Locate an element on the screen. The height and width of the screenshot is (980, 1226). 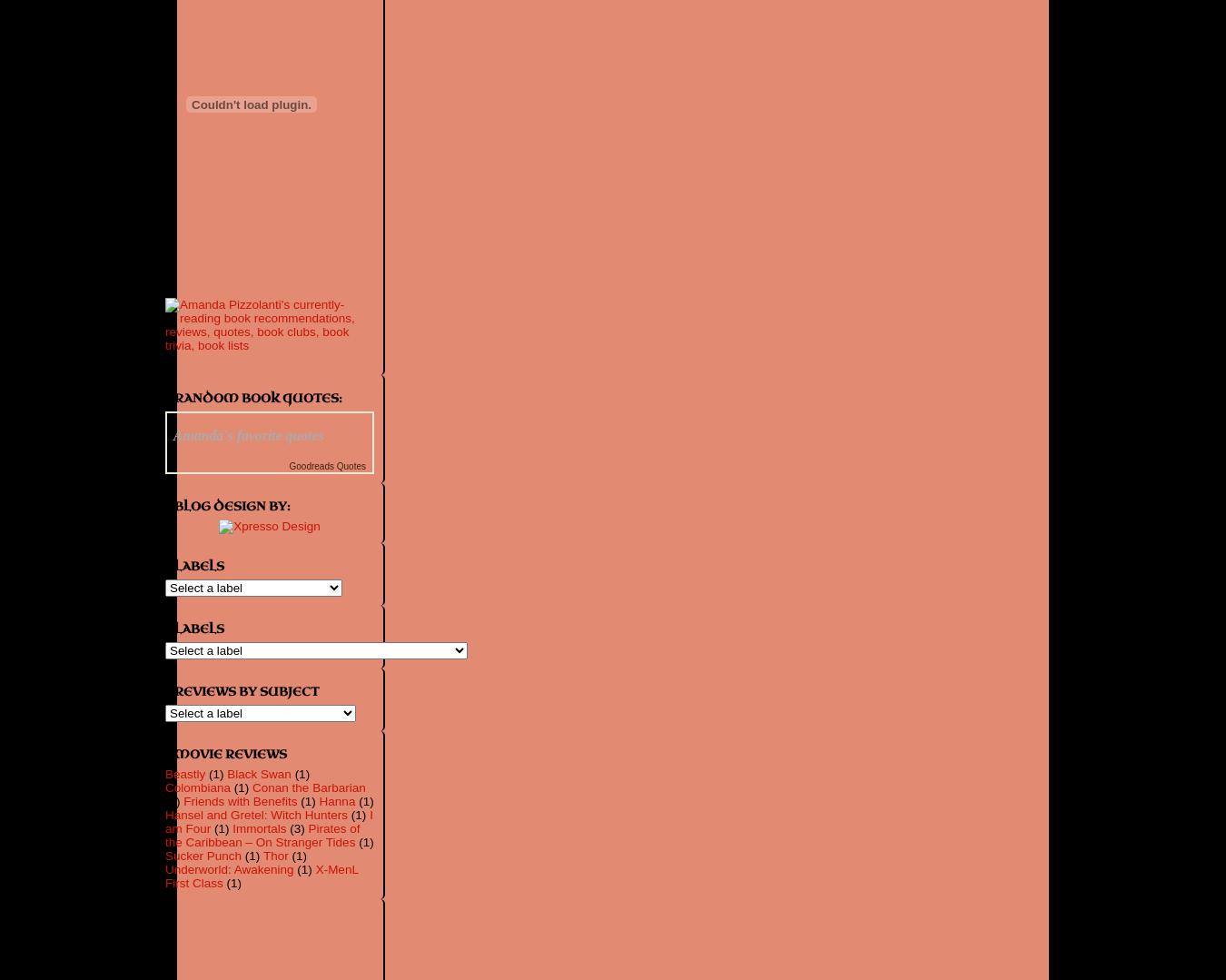
'Immortals' is located at coordinates (258, 827).